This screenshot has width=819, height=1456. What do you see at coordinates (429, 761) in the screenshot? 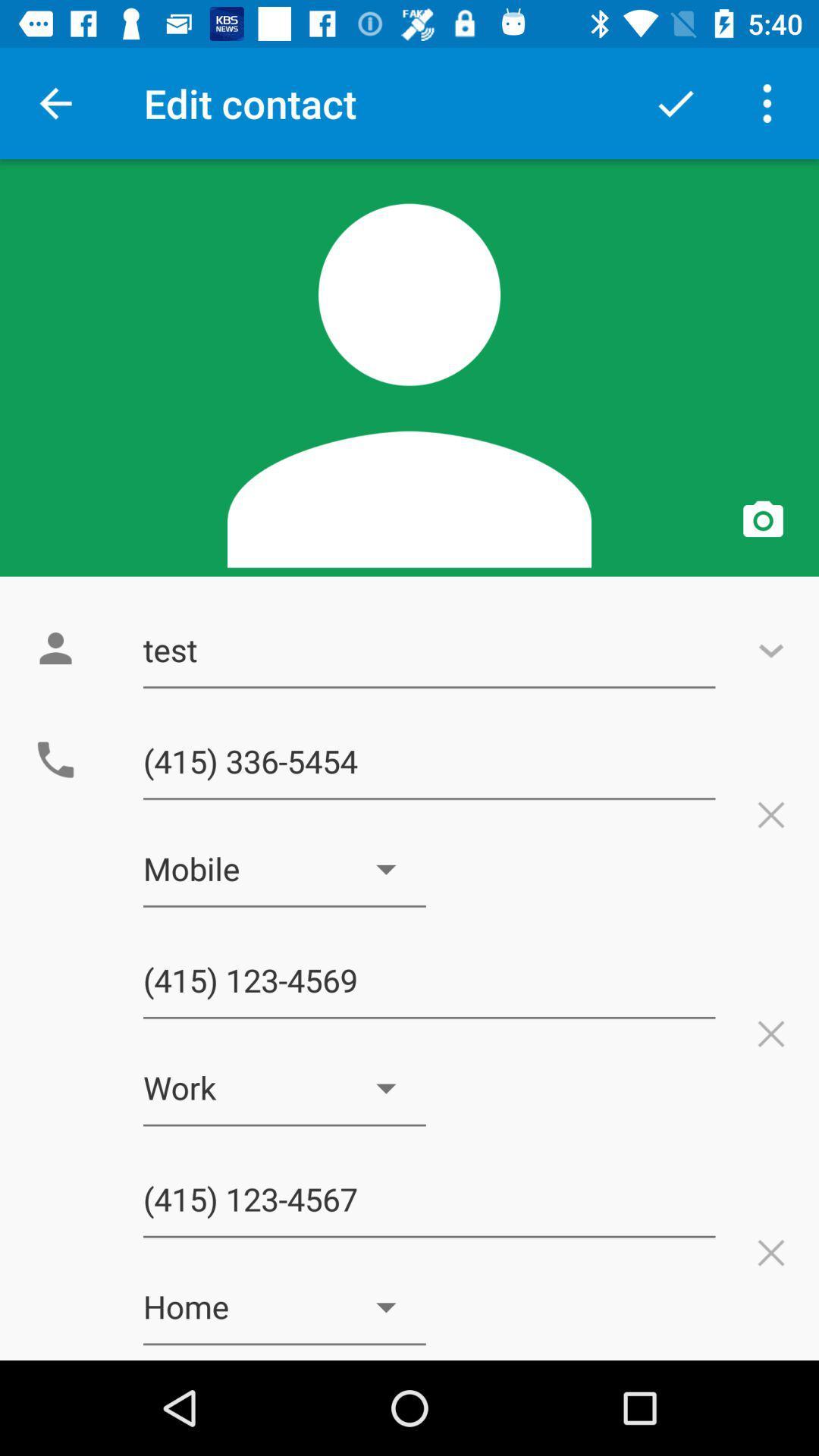
I see `the phone number on second text field from top` at bounding box center [429, 761].